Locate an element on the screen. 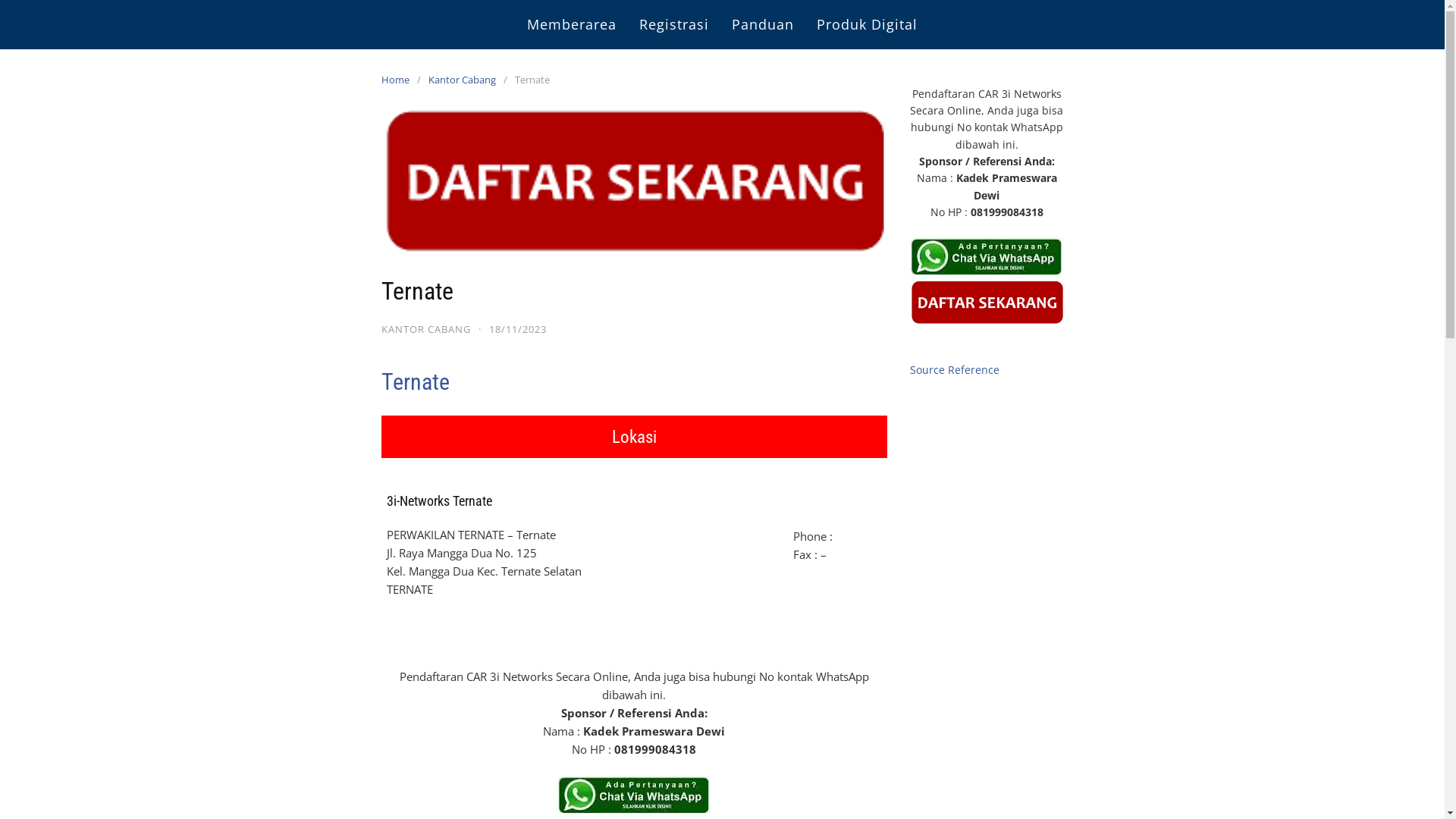  'Registrasi' is located at coordinates (673, 24).